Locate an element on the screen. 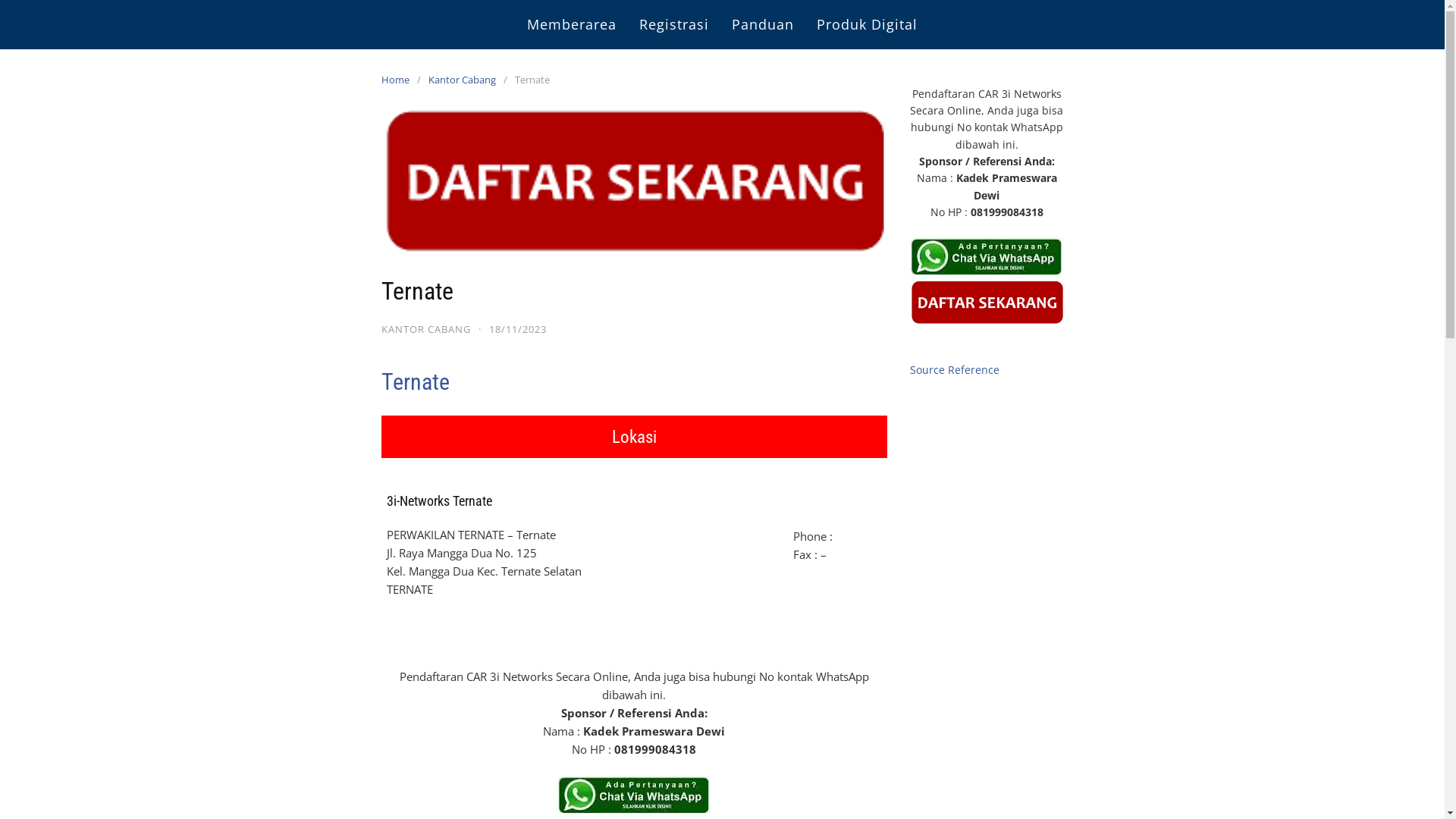  'Registrasi' is located at coordinates (673, 24).